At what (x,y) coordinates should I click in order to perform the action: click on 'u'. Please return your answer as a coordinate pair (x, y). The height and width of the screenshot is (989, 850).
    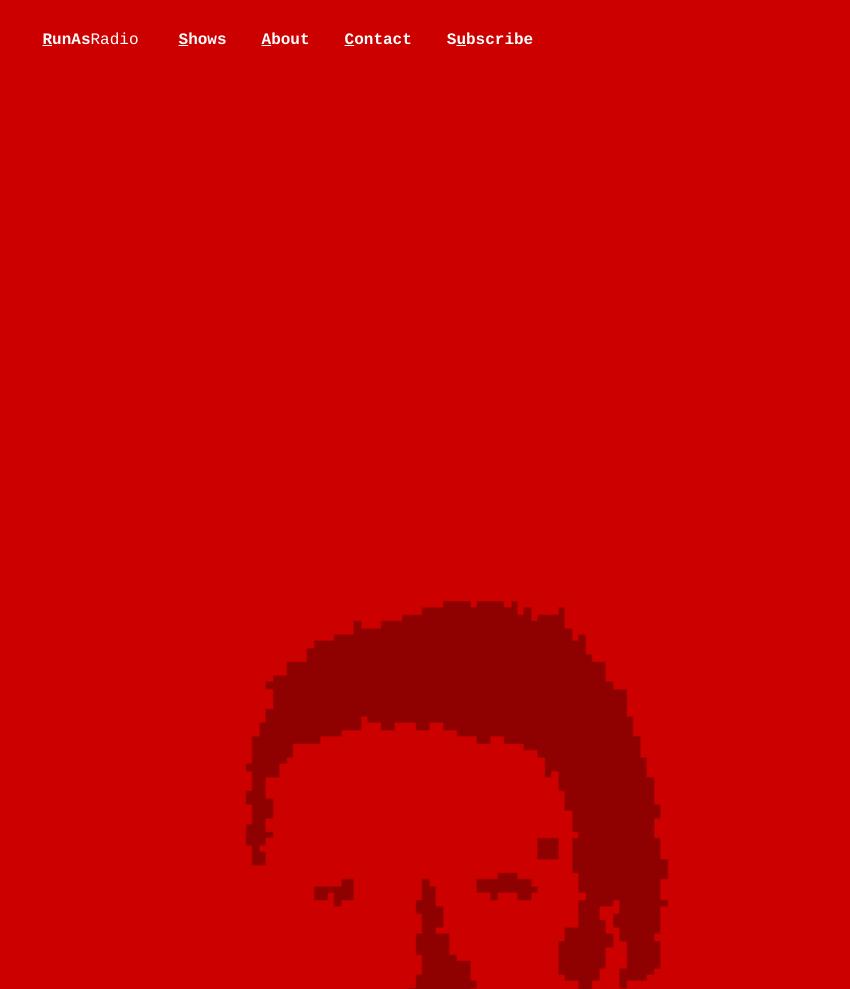
    Looking at the image, I should click on (460, 38).